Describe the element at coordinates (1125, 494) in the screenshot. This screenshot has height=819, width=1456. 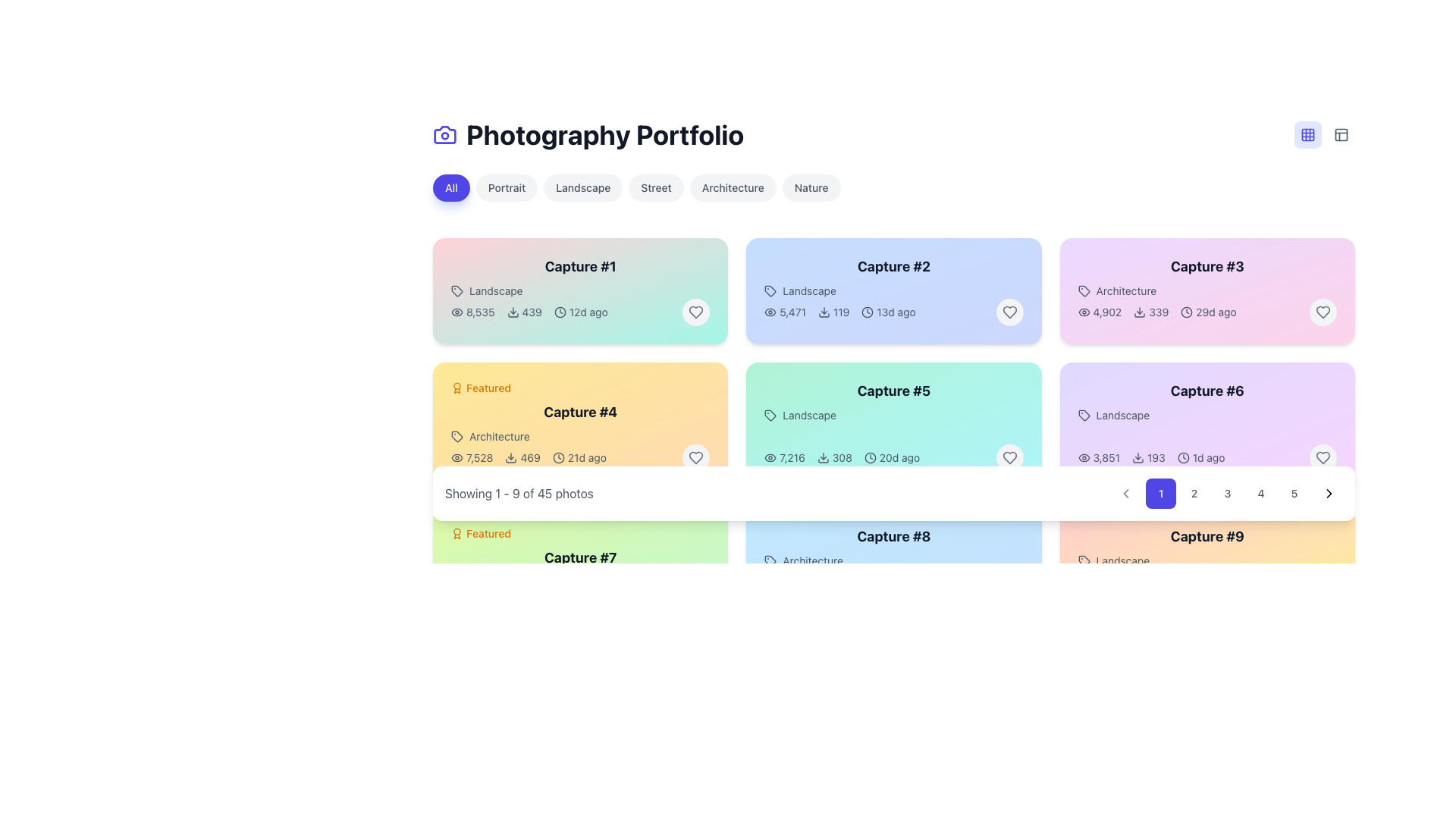
I see `the button with an embedded icon located in the pagination section, which is positioned to the immediate left of the '1' button` at that location.